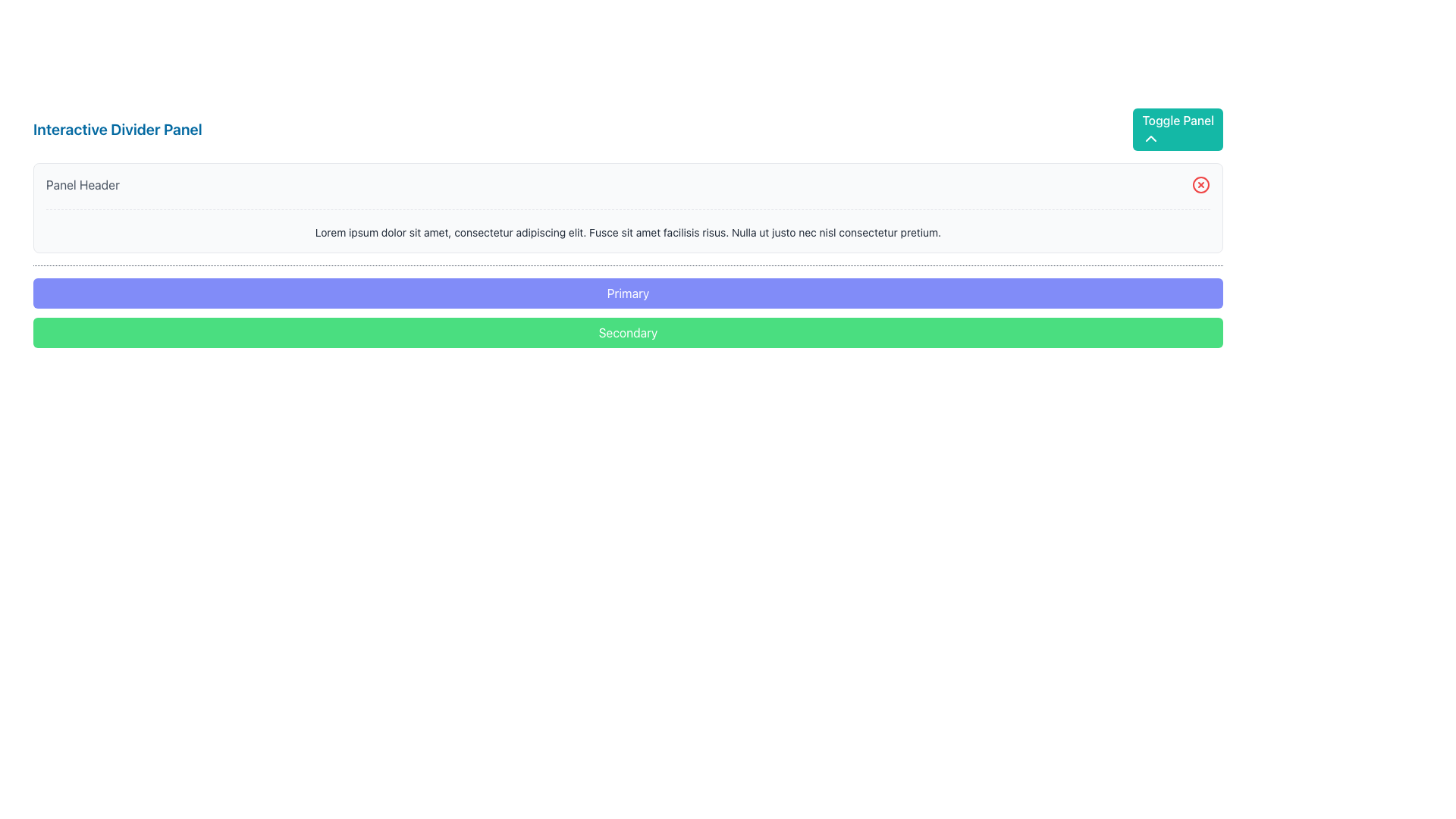 This screenshot has width=1456, height=819. I want to click on the toggle button located to the far right of the 'Interactive Divider Panel', so click(1177, 128).